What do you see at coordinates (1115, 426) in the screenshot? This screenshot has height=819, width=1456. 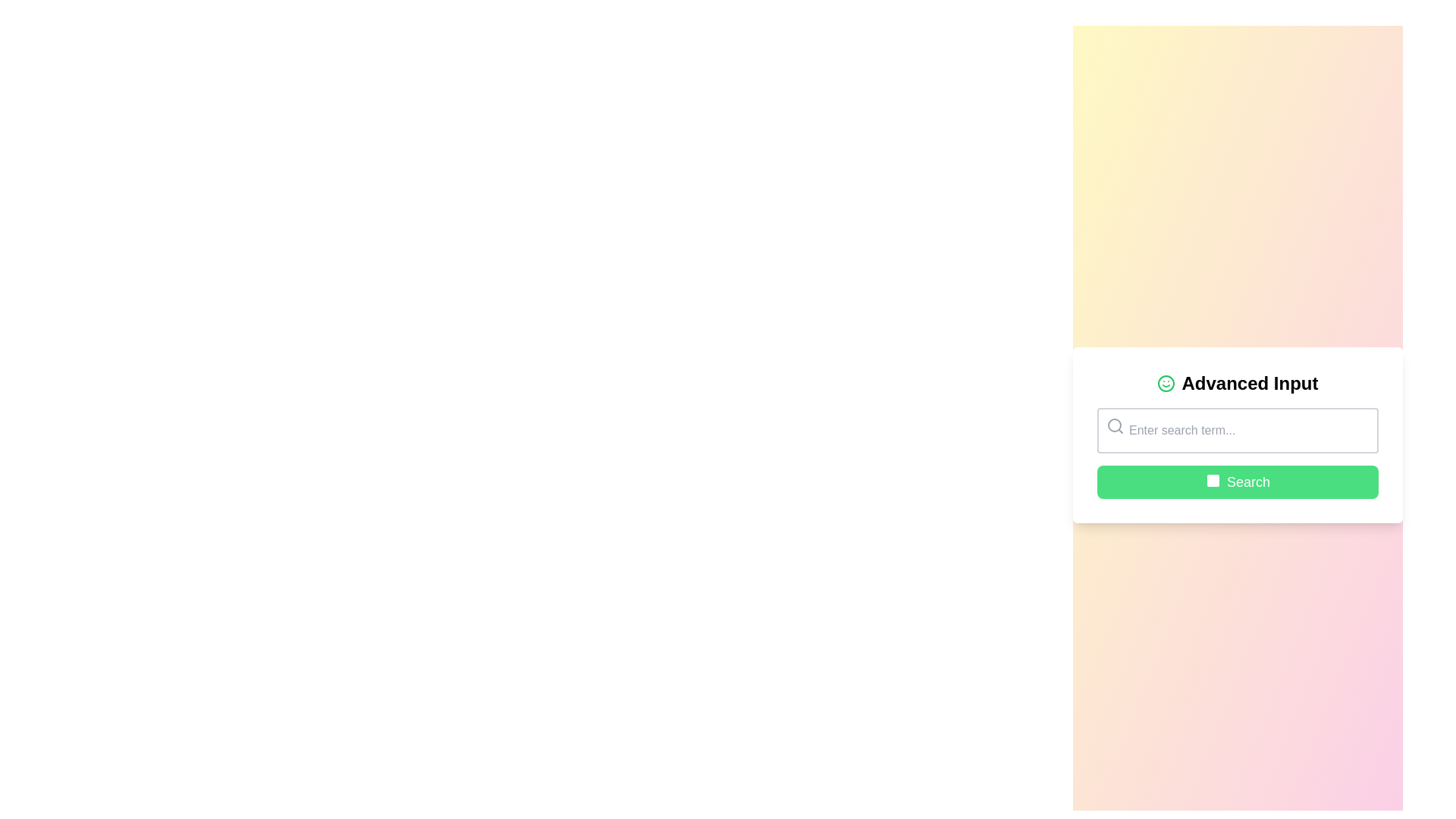 I see `the search icon located at the top-left corner of the text input area within the rounded rectangle UI component` at bounding box center [1115, 426].